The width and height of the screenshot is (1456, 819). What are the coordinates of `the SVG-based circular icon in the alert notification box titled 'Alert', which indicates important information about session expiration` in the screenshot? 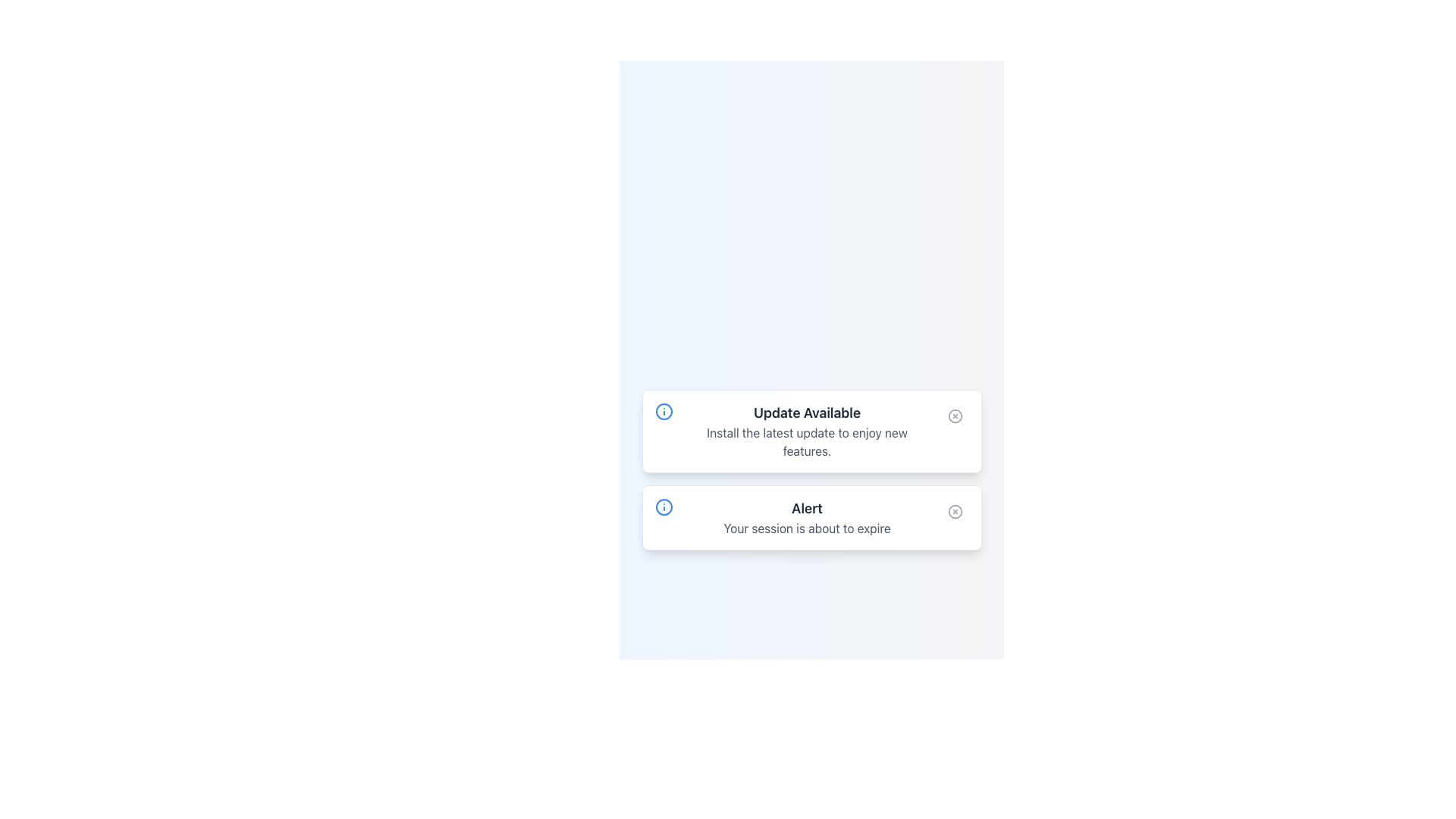 It's located at (664, 507).